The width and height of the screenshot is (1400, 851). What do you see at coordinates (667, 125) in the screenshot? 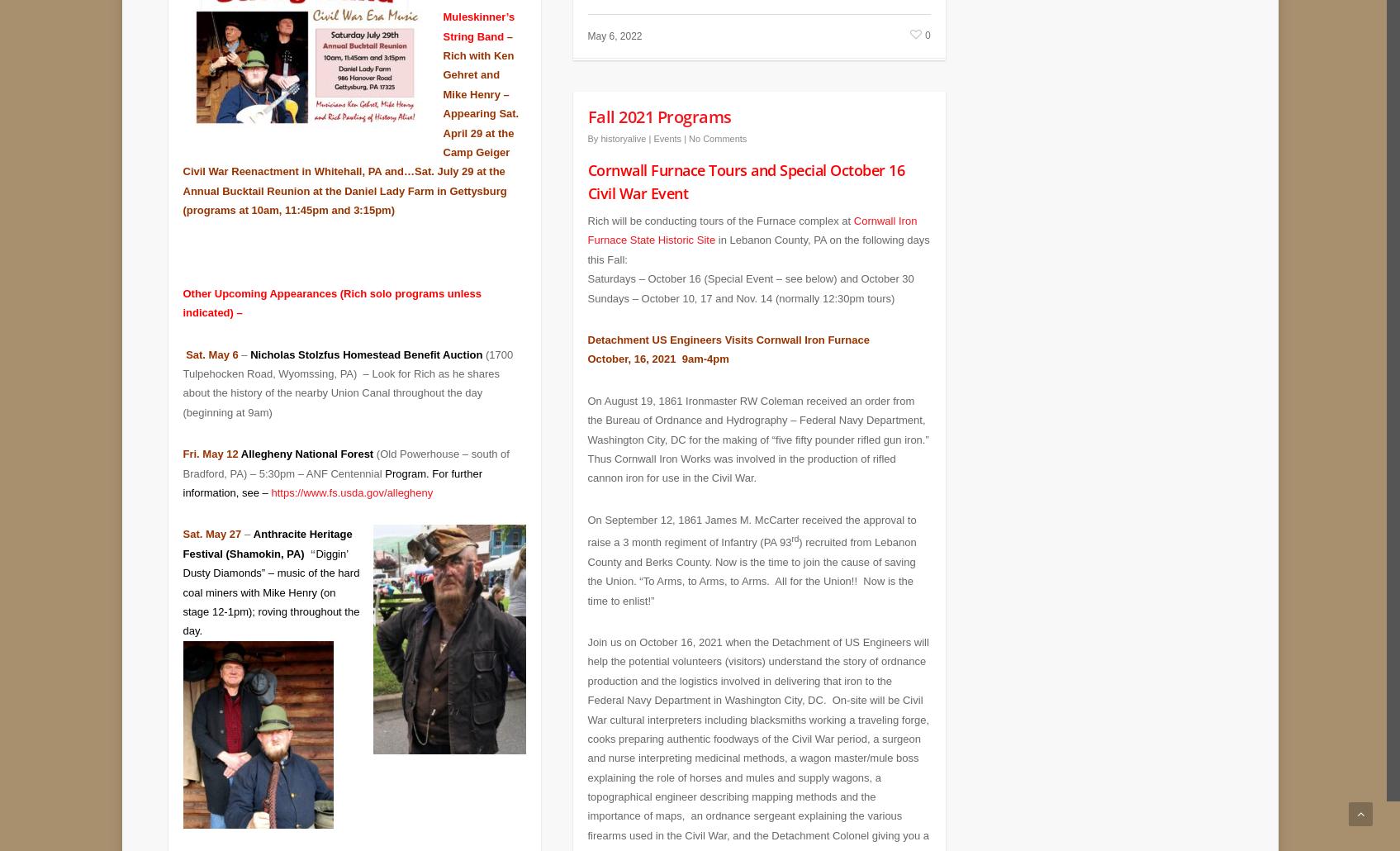
I see `'Events'` at bounding box center [667, 125].